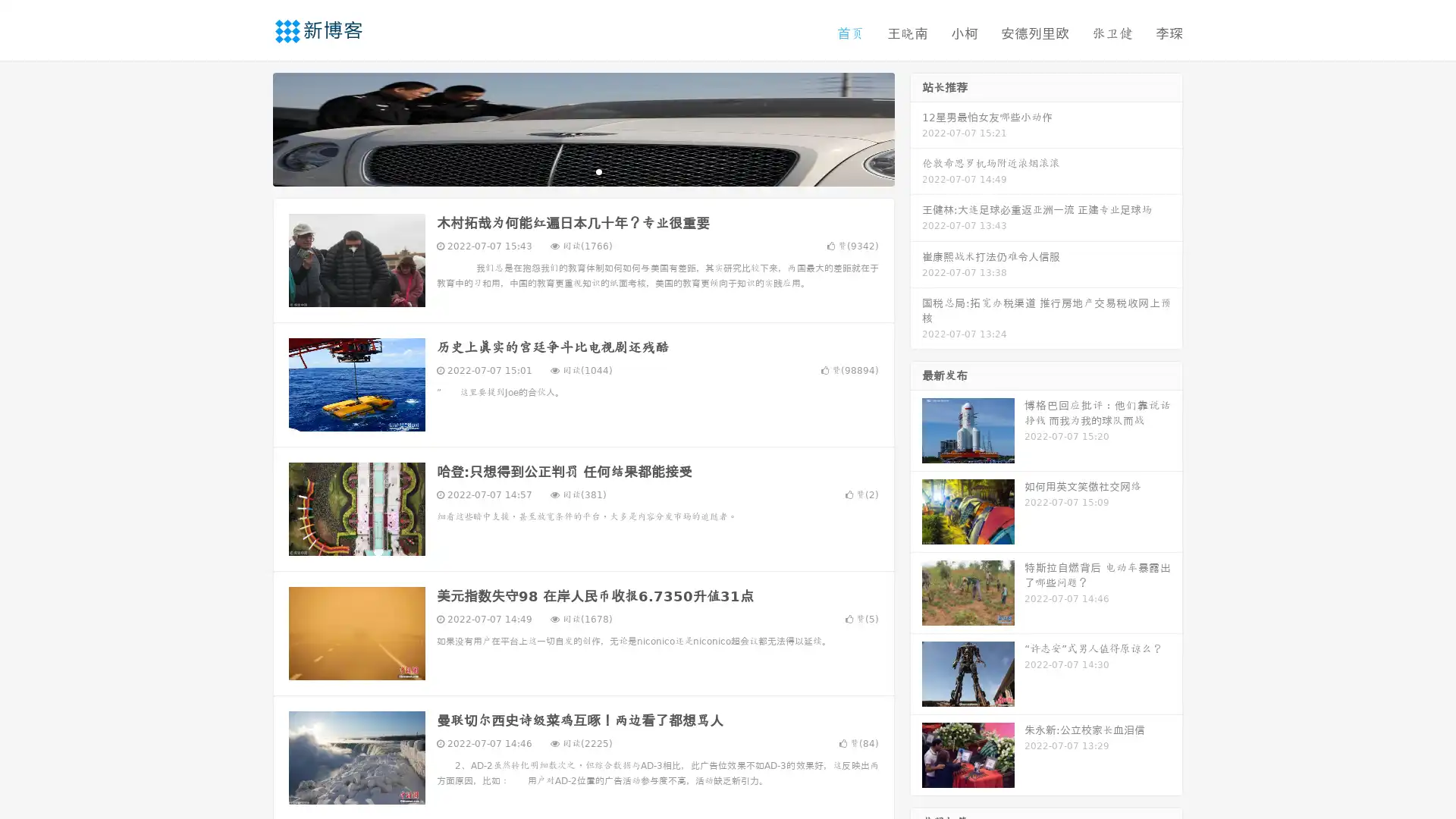  What do you see at coordinates (250, 127) in the screenshot?
I see `Previous slide` at bounding box center [250, 127].